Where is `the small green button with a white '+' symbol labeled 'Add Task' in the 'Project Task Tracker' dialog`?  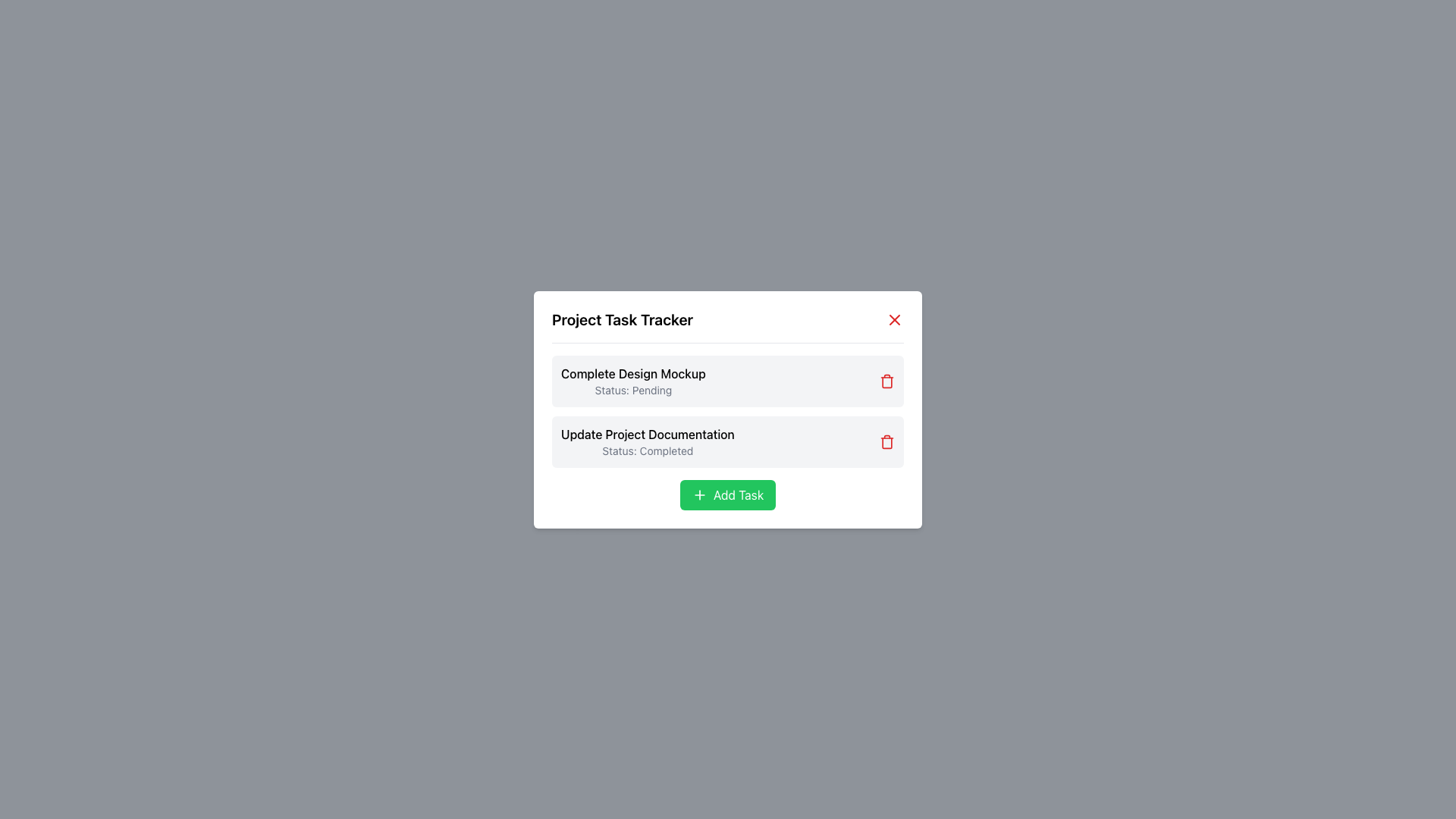 the small green button with a white '+' symbol labeled 'Add Task' in the 'Project Task Tracker' dialog is located at coordinates (698, 494).